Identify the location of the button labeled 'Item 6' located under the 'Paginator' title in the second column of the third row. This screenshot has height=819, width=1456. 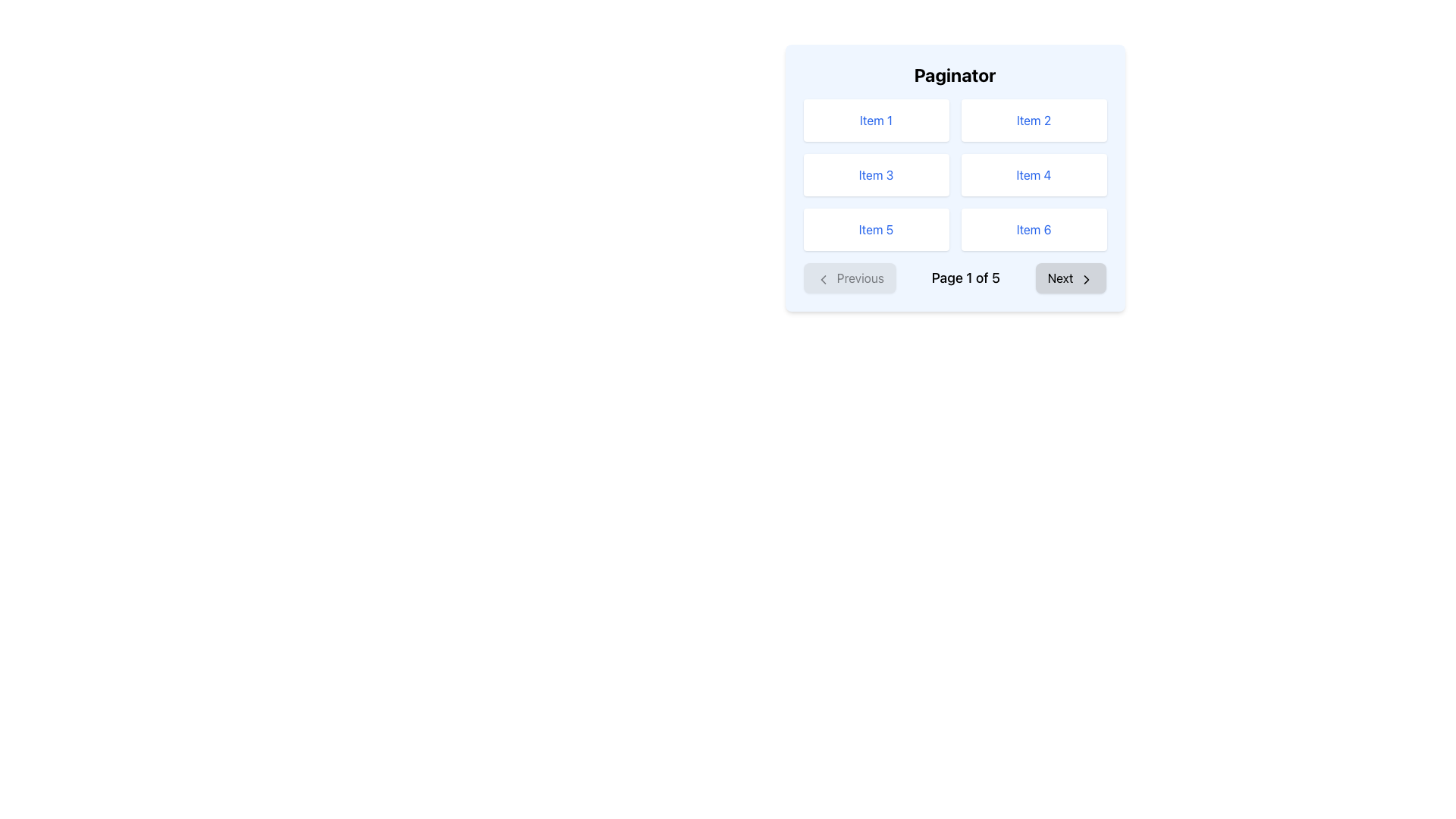
(1033, 230).